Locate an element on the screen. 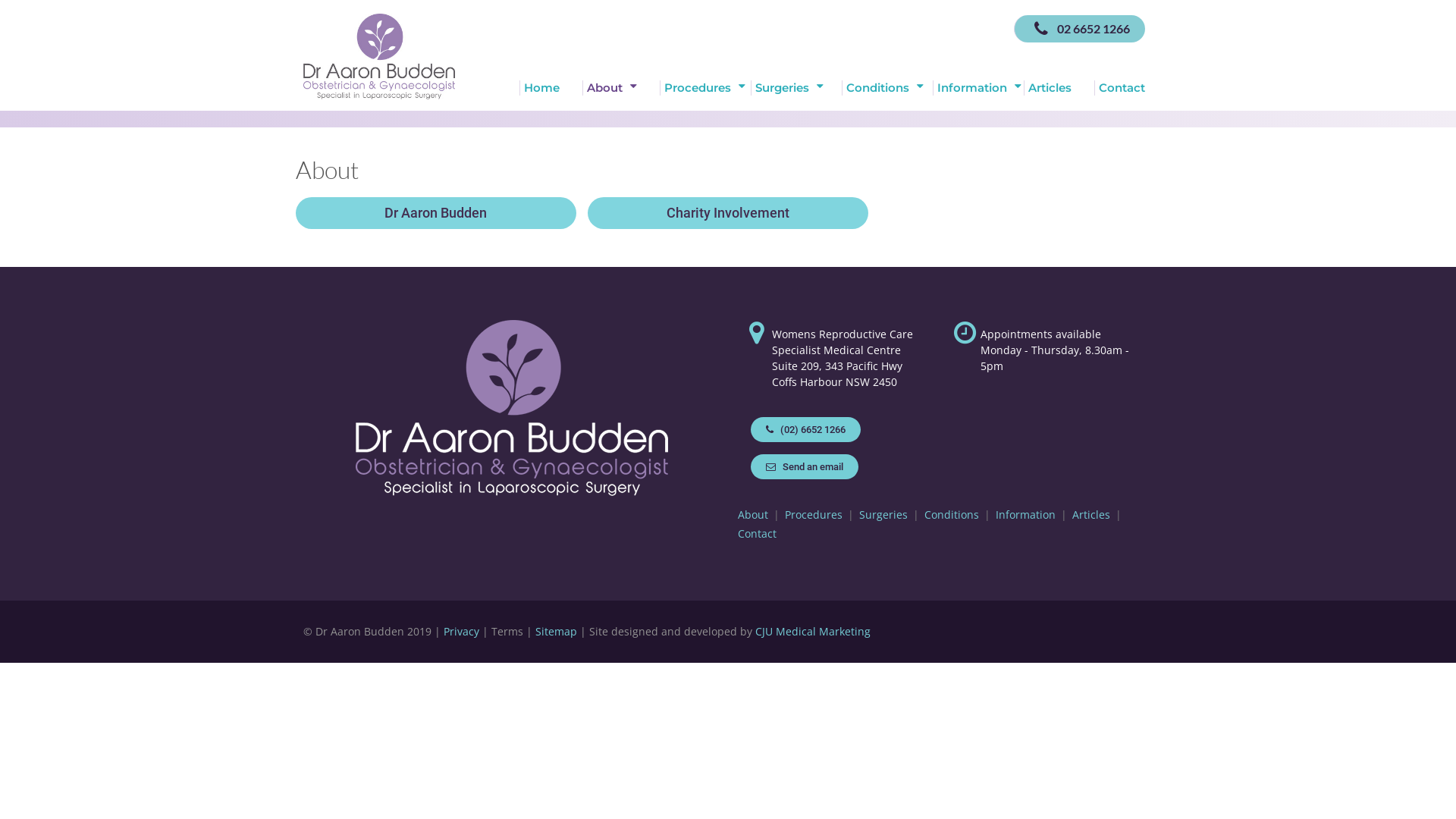 Image resolution: width=1456 pixels, height=819 pixels. 'Send an email' is located at coordinates (750, 466).